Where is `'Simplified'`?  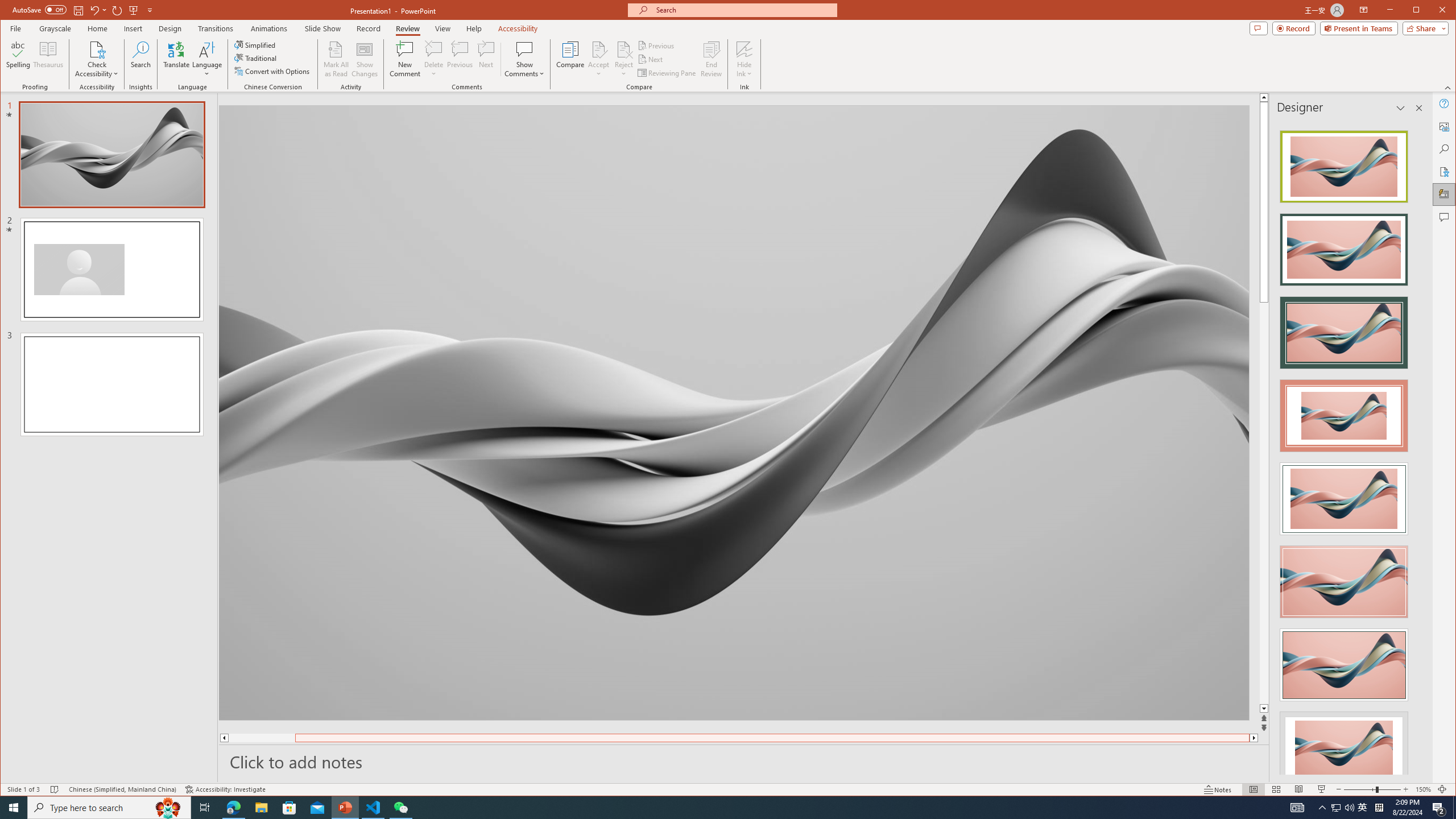 'Simplified' is located at coordinates (255, 44).